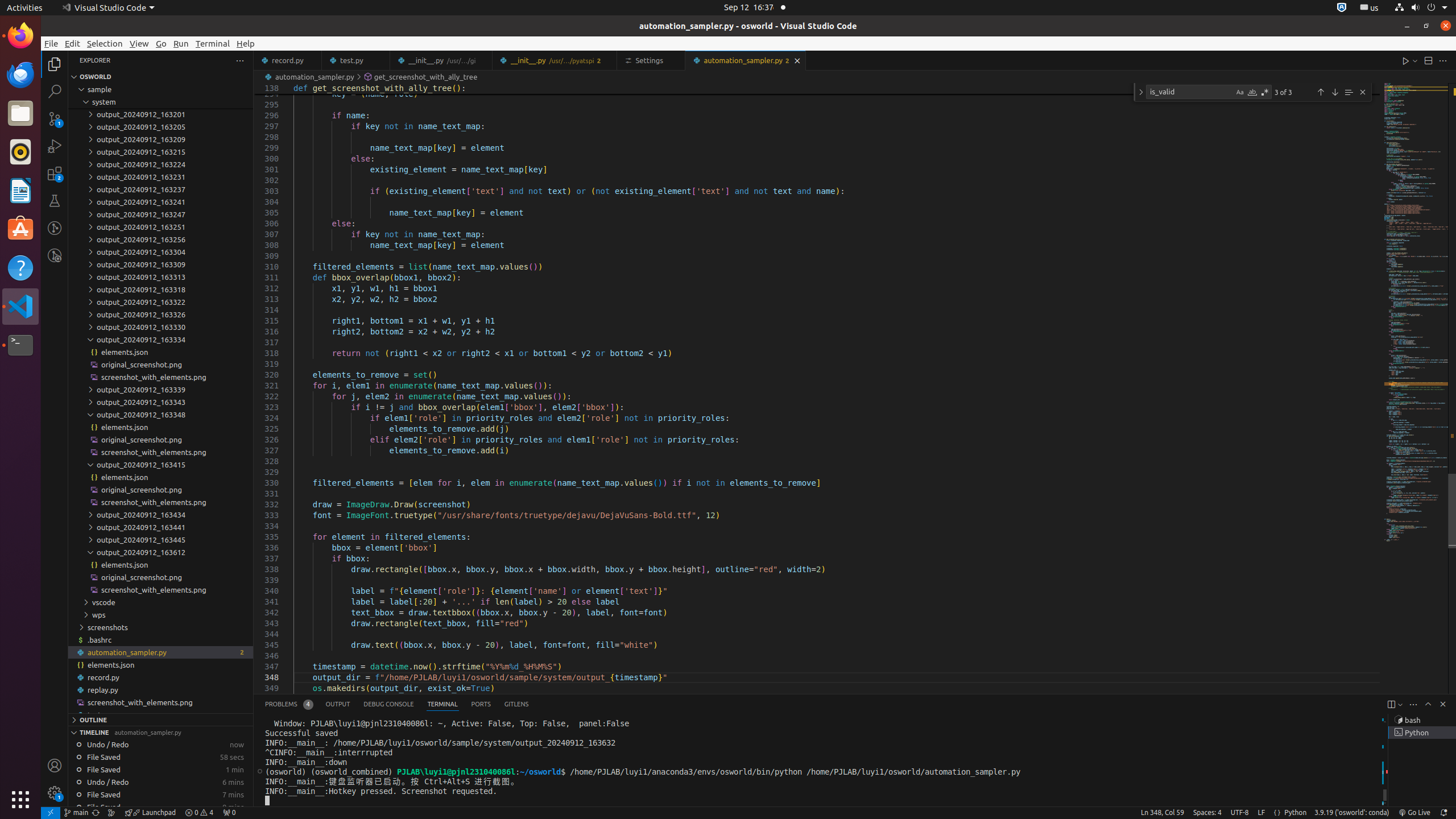  I want to click on 'Explorer Section: osworld', so click(160, 76).